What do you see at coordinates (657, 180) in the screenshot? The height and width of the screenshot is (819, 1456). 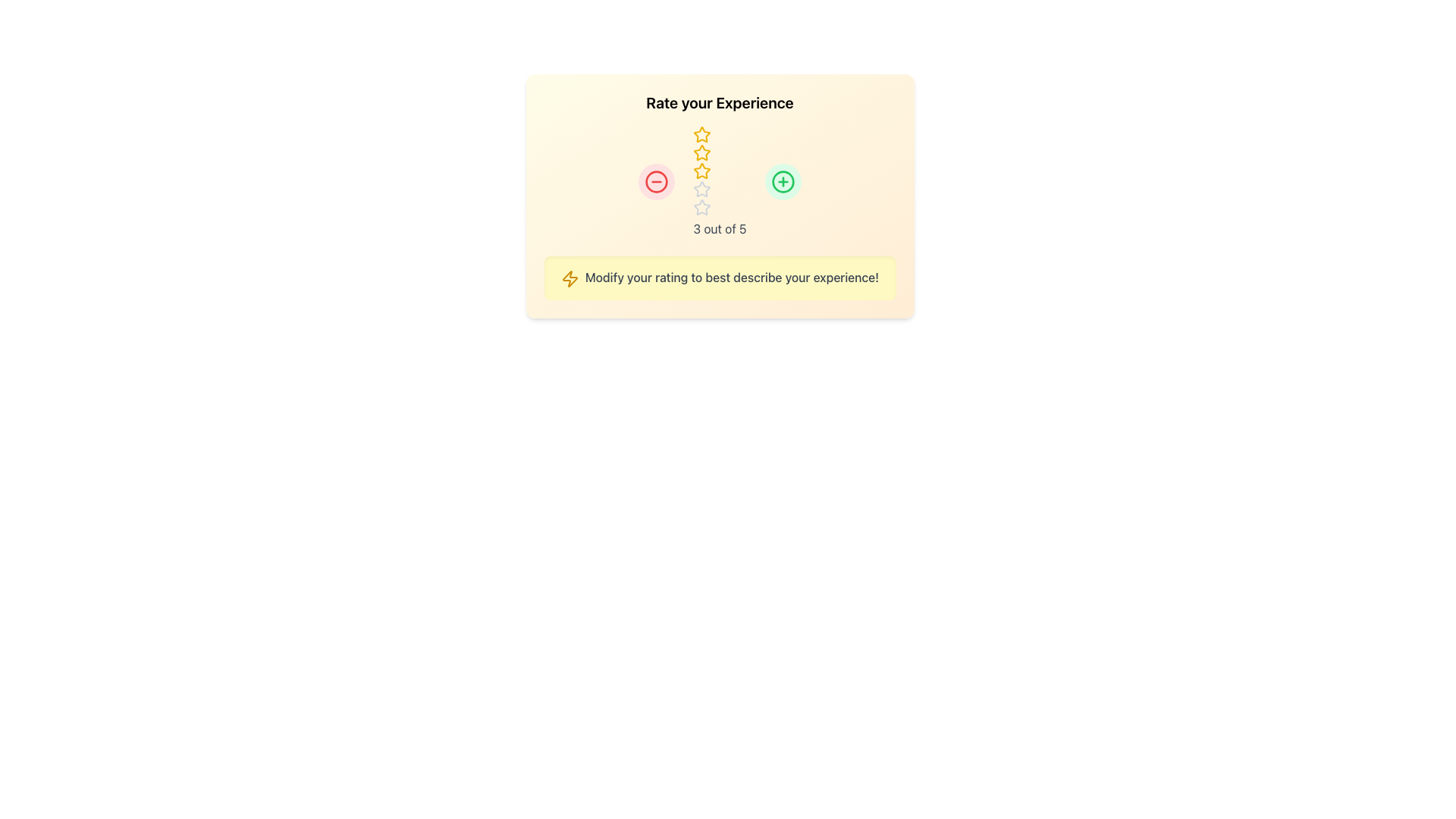 I see `the decorative SVG circle located on the left side of the star rating indicators, which indicates a 'minus' aspect` at bounding box center [657, 180].